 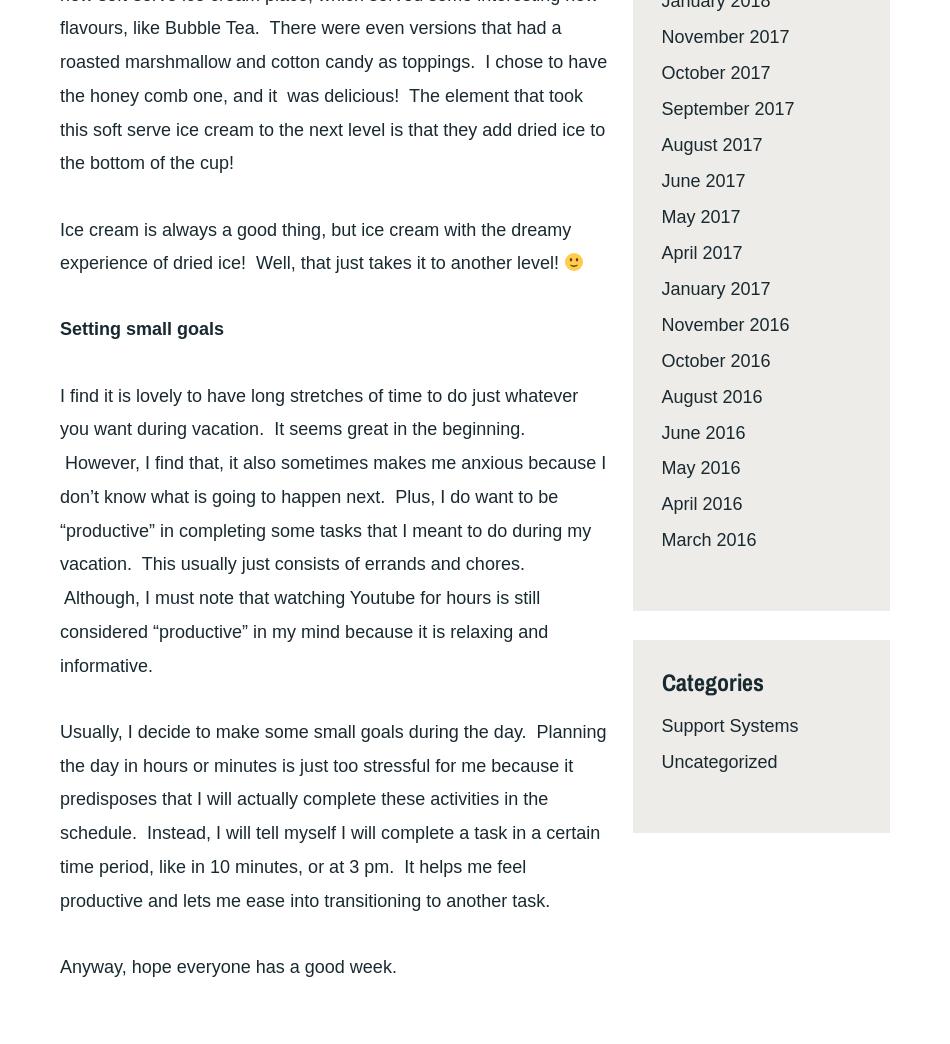 I want to click on 'June 2016', so click(x=661, y=431).